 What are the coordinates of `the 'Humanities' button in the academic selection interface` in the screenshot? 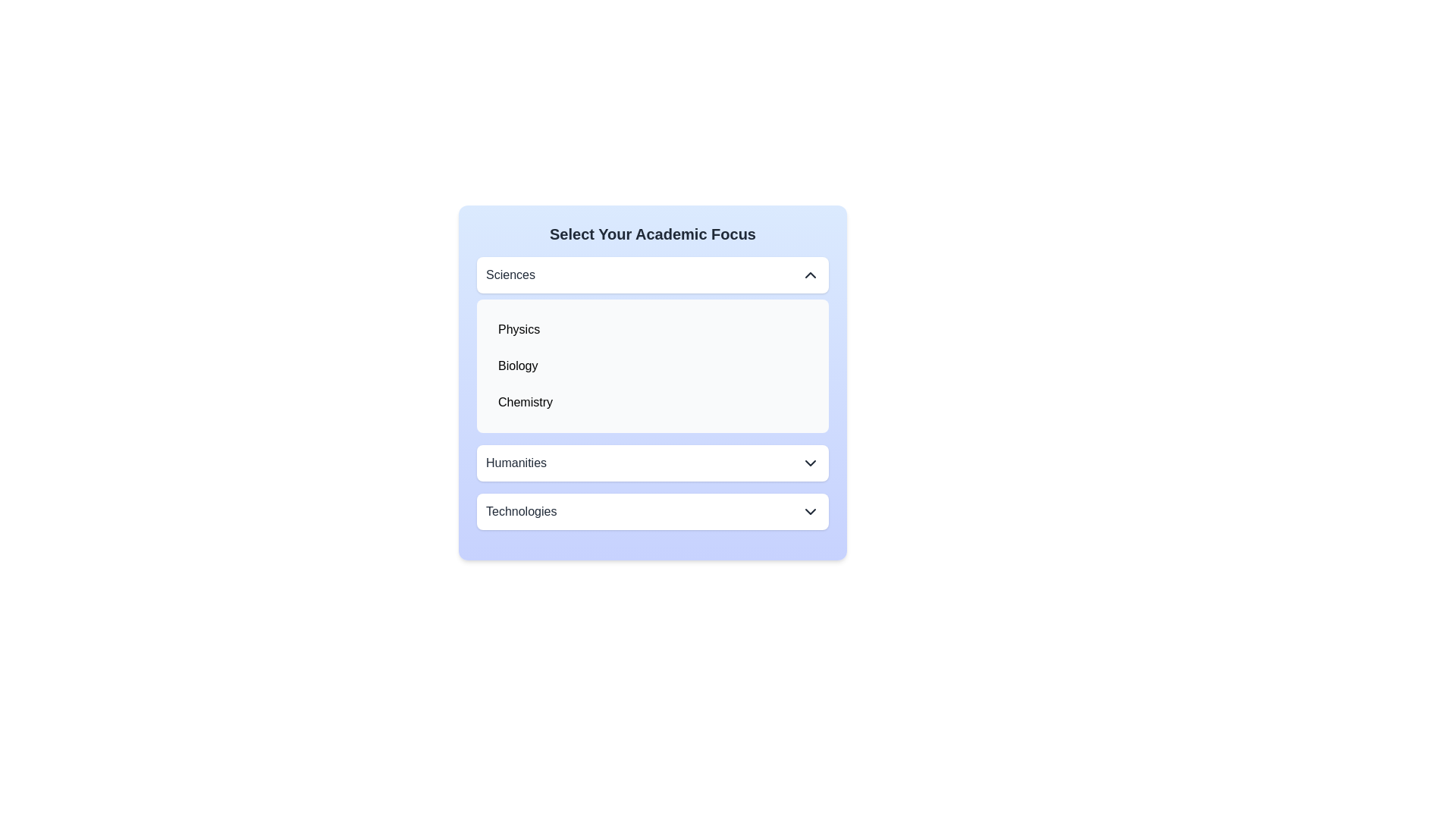 It's located at (652, 462).